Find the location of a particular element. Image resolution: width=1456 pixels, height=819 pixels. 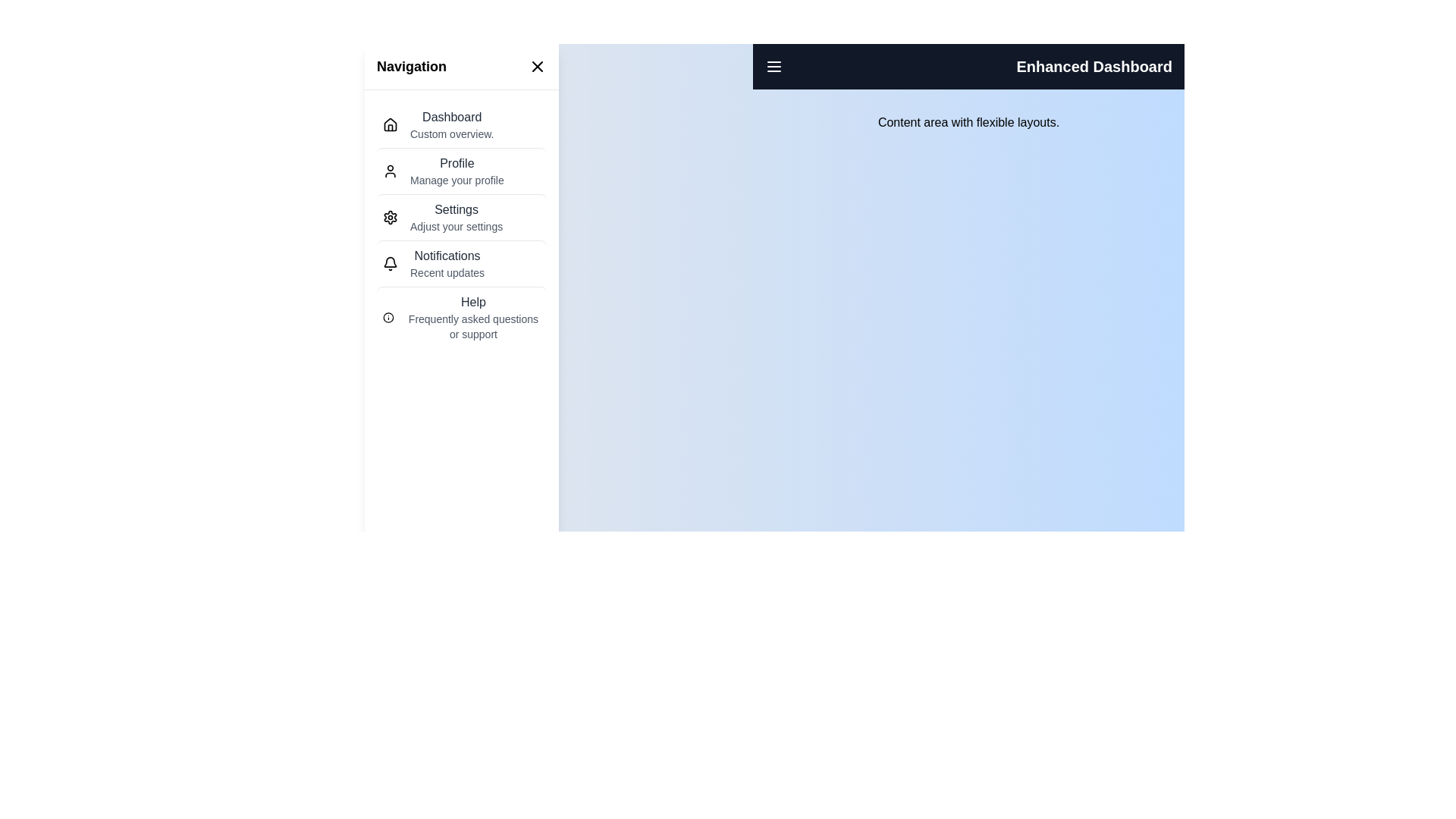

the Text label that provides a brief description of the 'Profile' menu item, situated in the left sidebar navigation menu, directly below 'Profile' and above 'Settings' is located at coordinates (456, 180).